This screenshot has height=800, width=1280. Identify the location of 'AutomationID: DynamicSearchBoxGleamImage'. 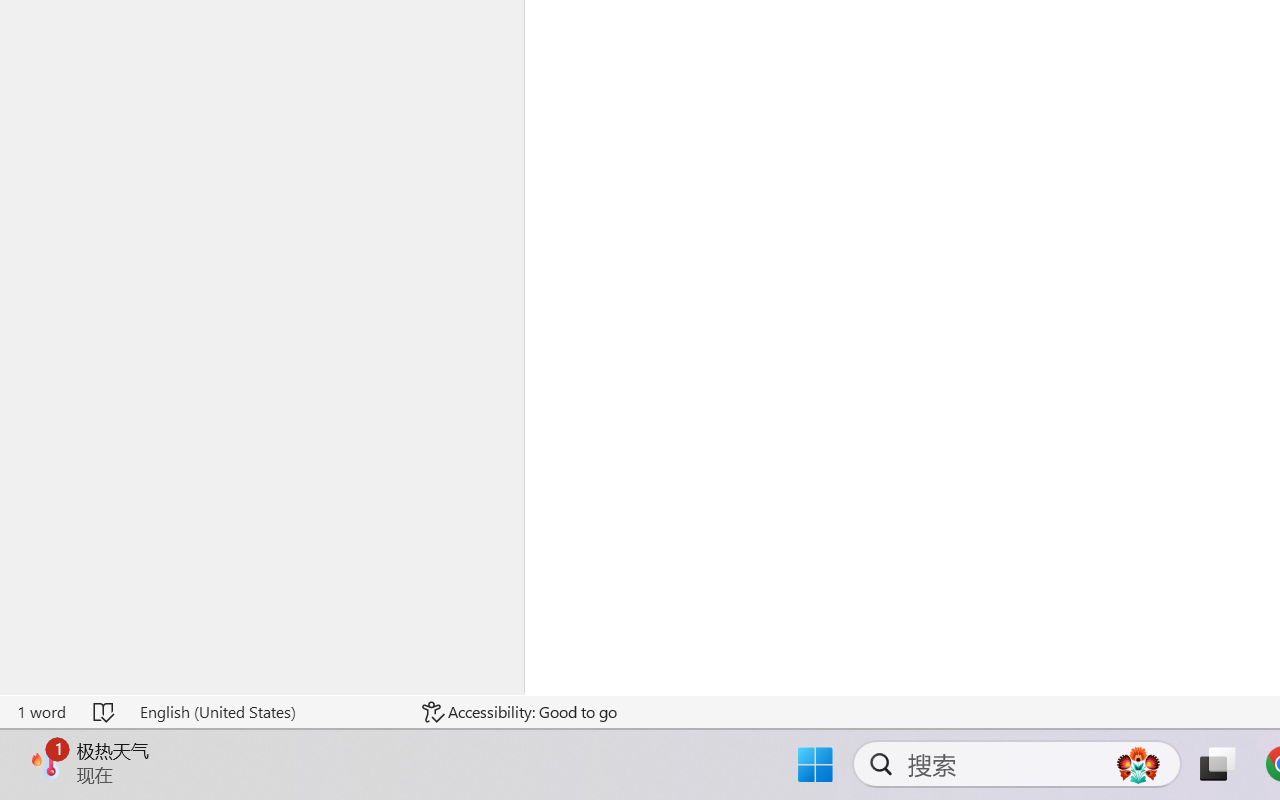
(1138, 764).